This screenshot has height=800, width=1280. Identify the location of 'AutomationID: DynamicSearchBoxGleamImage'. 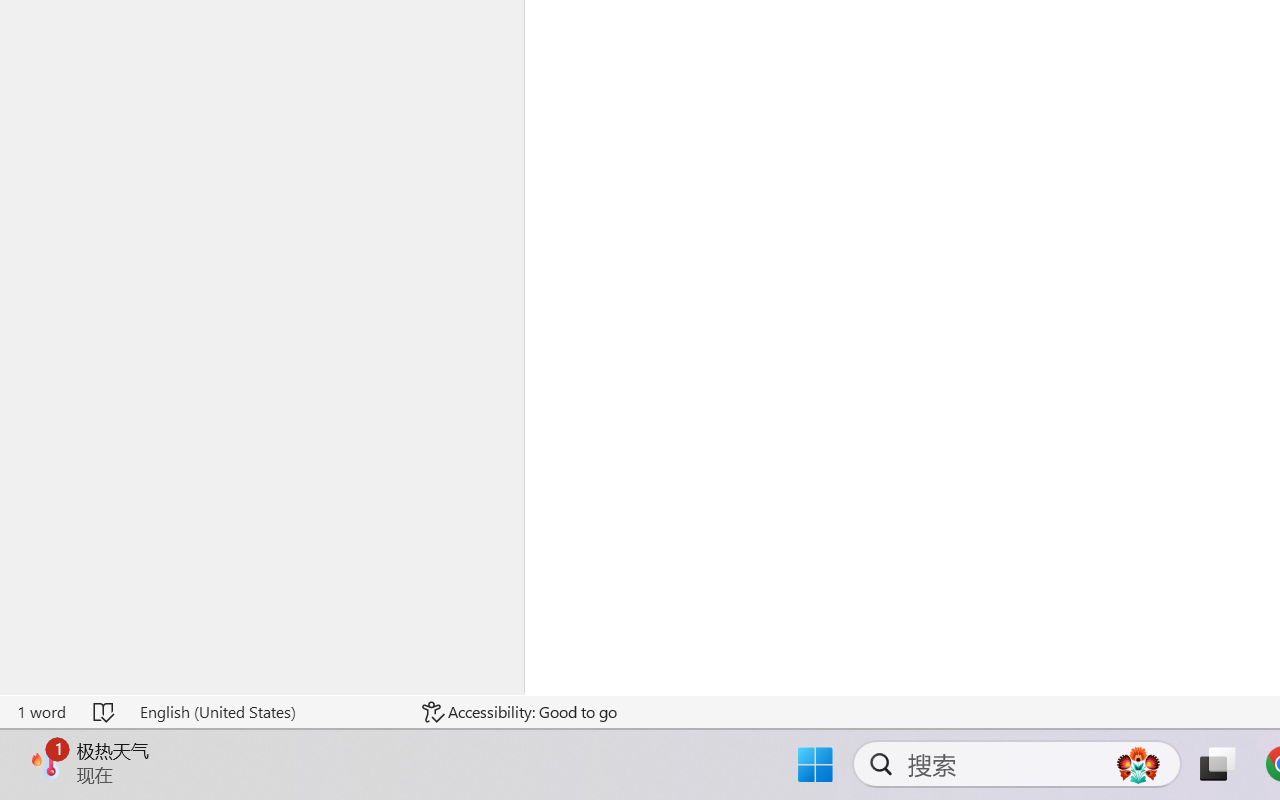
(1138, 764).